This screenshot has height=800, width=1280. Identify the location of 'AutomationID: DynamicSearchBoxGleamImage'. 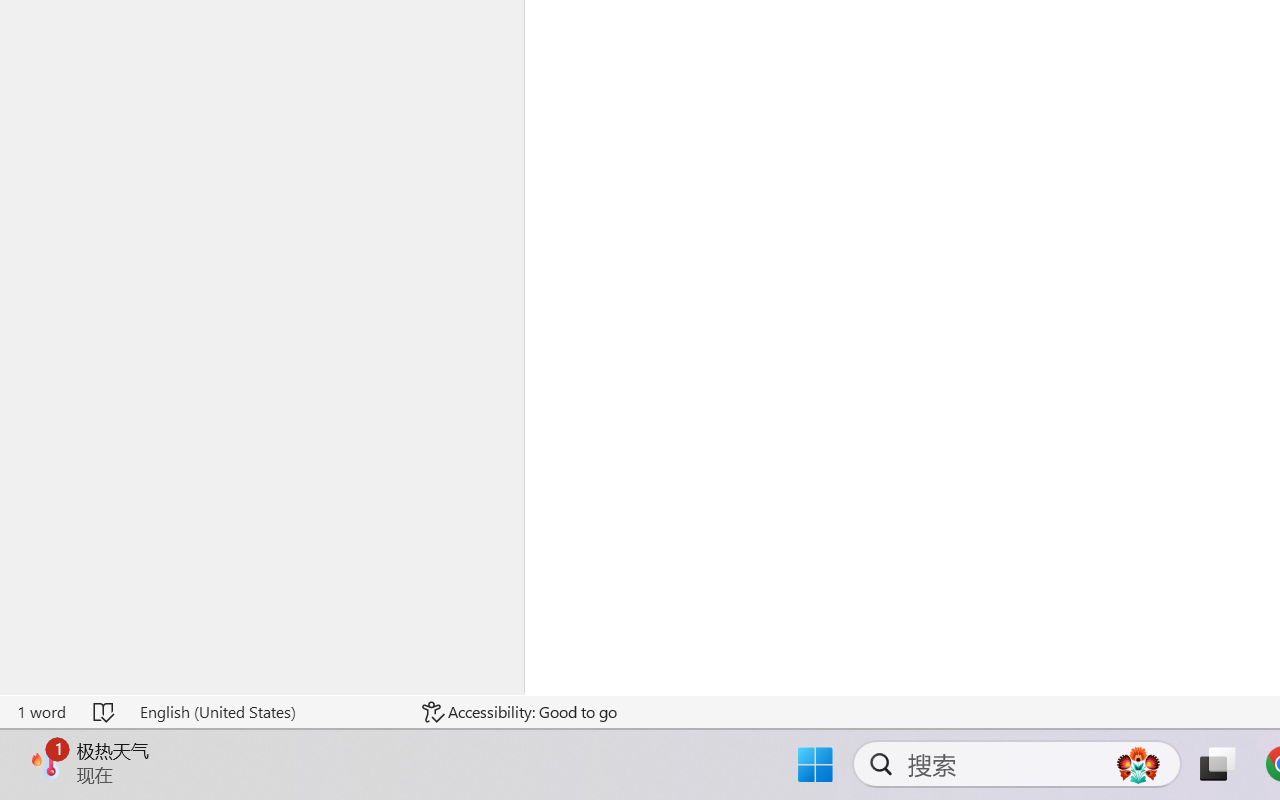
(1138, 764).